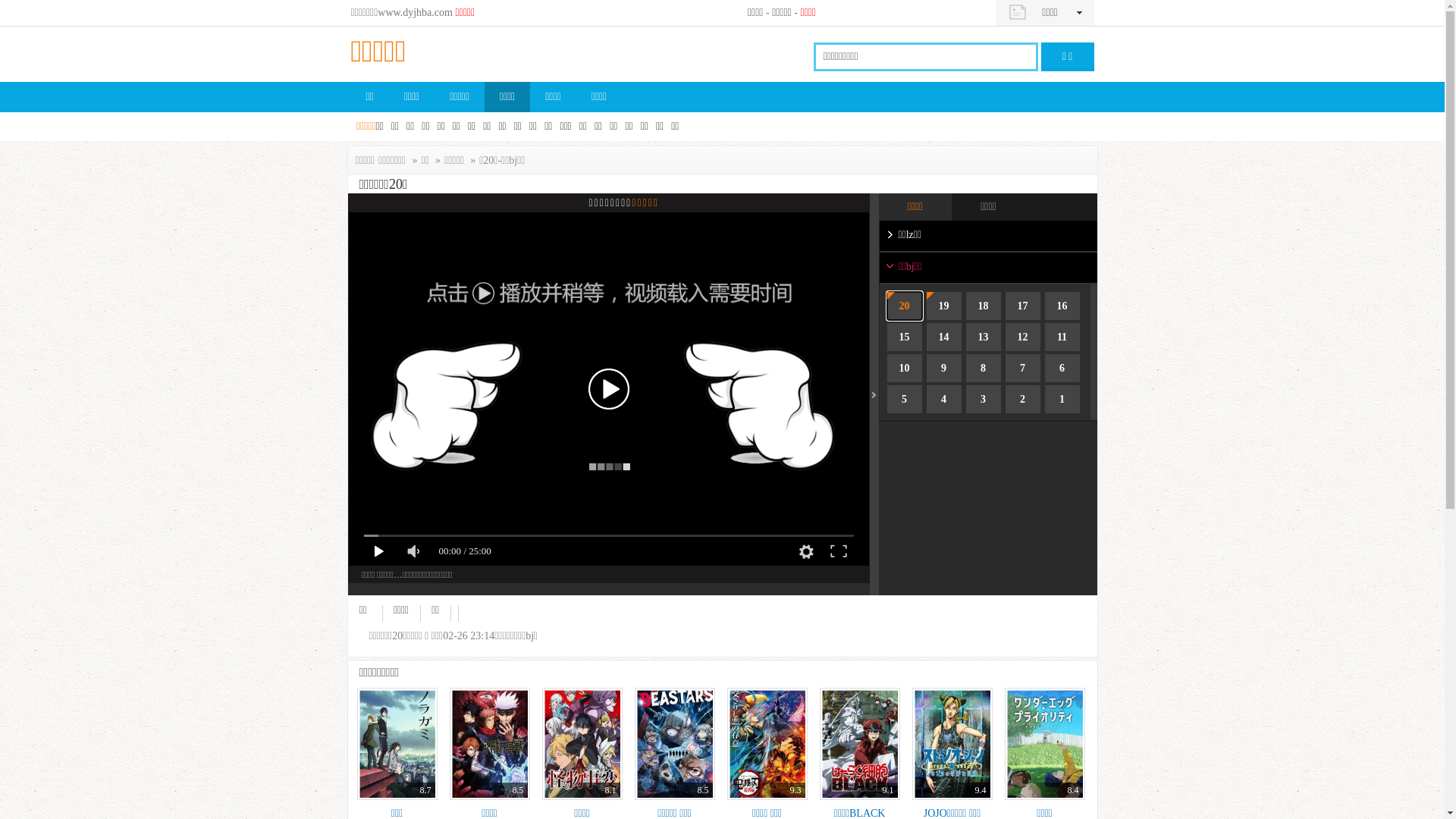 This screenshot has height=819, width=1456. I want to click on '8.4', so click(1004, 742).